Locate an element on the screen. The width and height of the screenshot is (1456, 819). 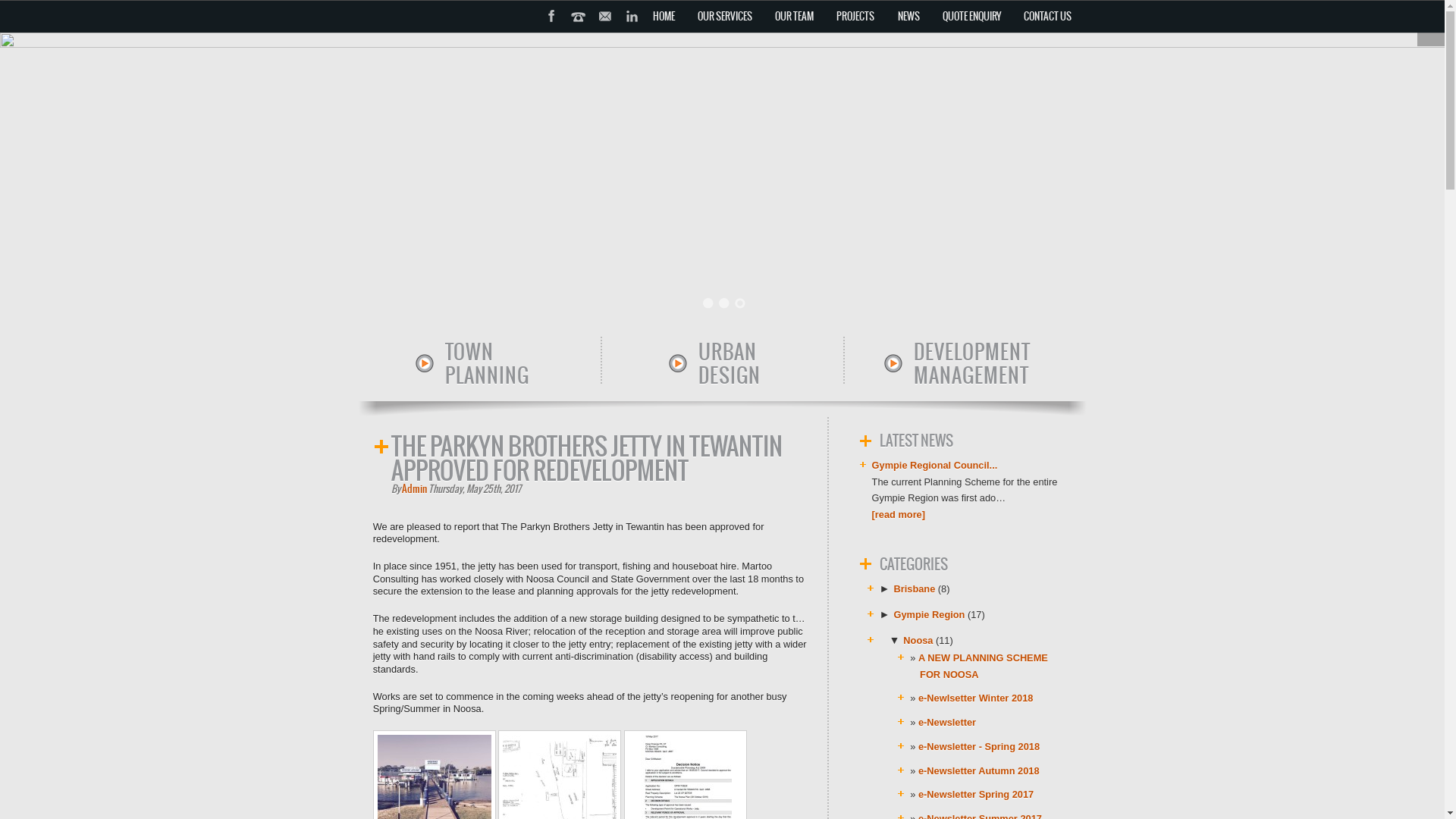
'QUOTE ENQUIRY' is located at coordinates (971, 17).